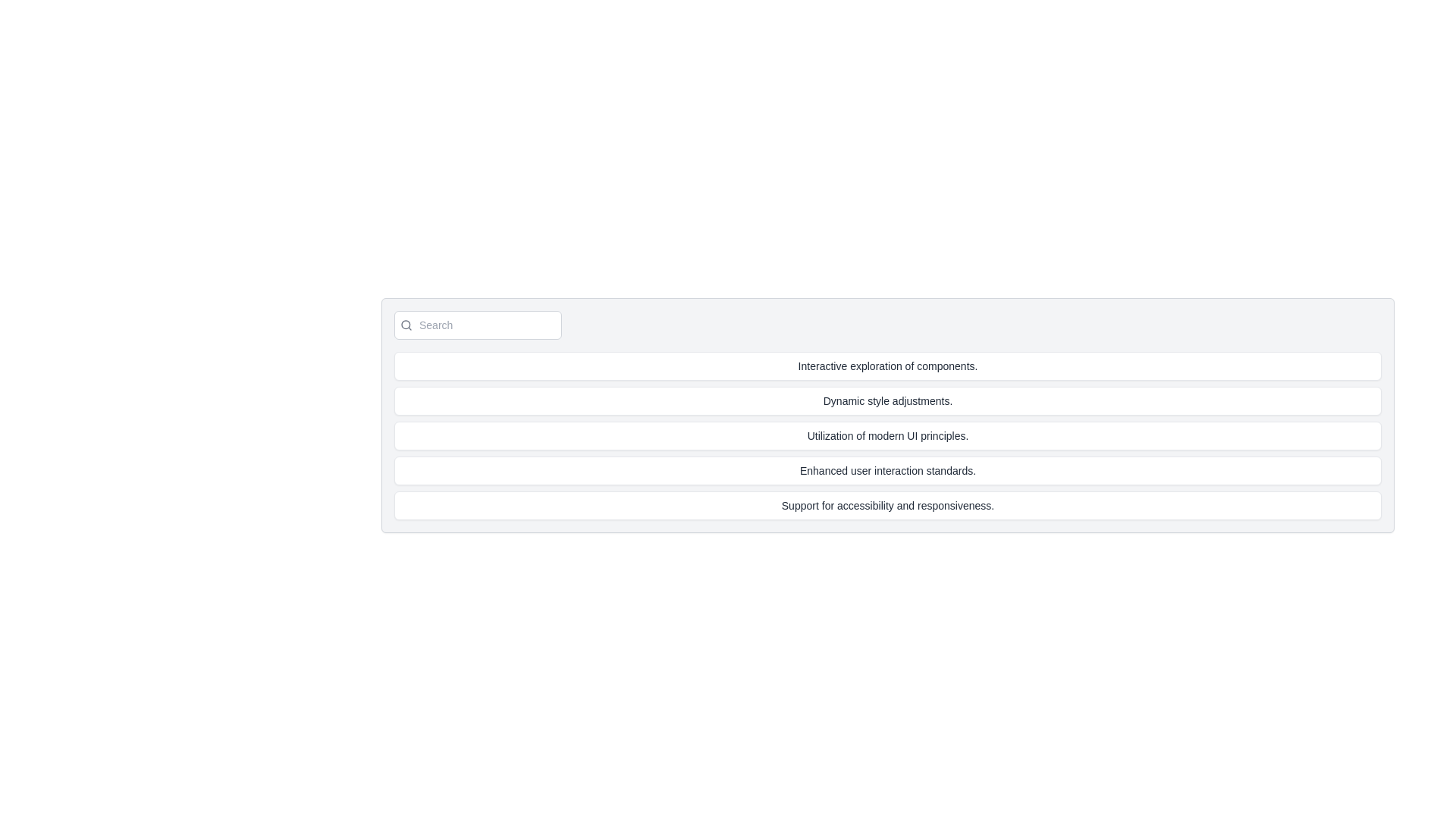 The image size is (1456, 819). I want to click on the lowercase 'm' character, so click(872, 435).